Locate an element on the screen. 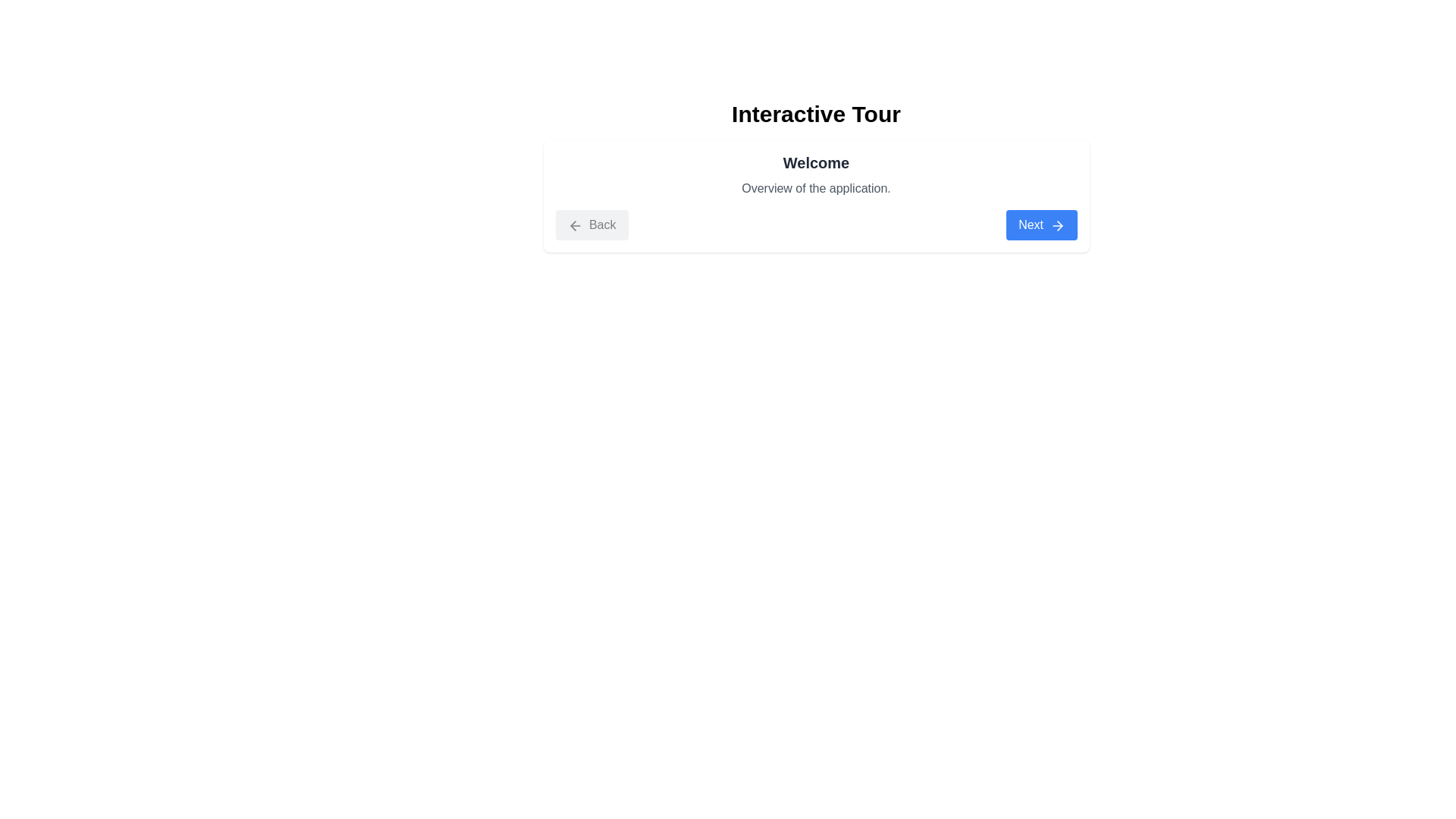 This screenshot has height=819, width=1456. the button located at the bottom-right corner of the interface, which is intended to navigate to the next step in a guided process is located at coordinates (1040, 225).